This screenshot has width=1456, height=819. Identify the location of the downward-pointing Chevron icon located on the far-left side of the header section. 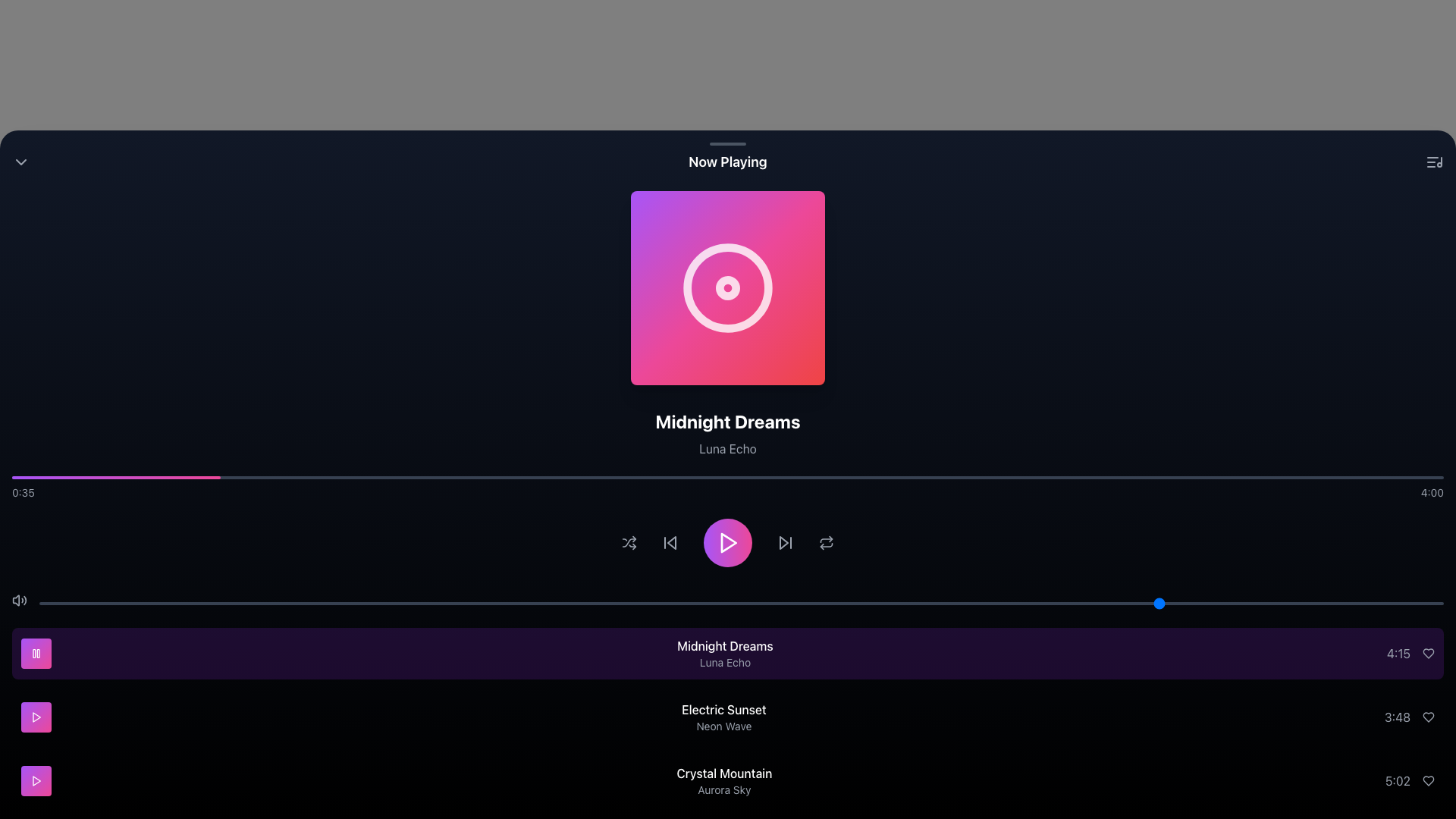
(21, 162).